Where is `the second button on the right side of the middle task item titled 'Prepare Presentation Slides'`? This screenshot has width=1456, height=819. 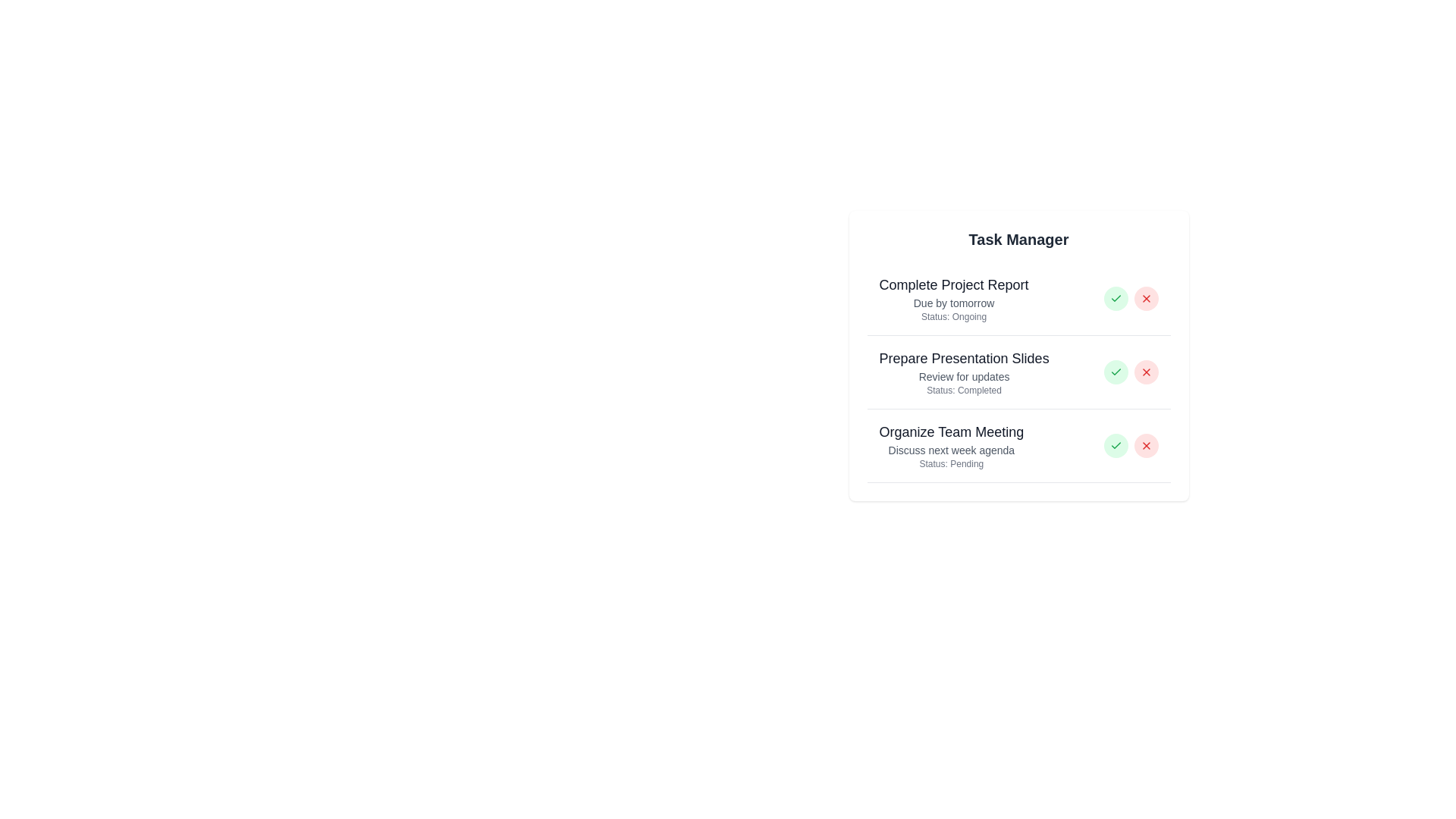 the second button on the right side of the middle task item titled 'Prepare Presentation Slides' is located at coordinates (1146, 372).